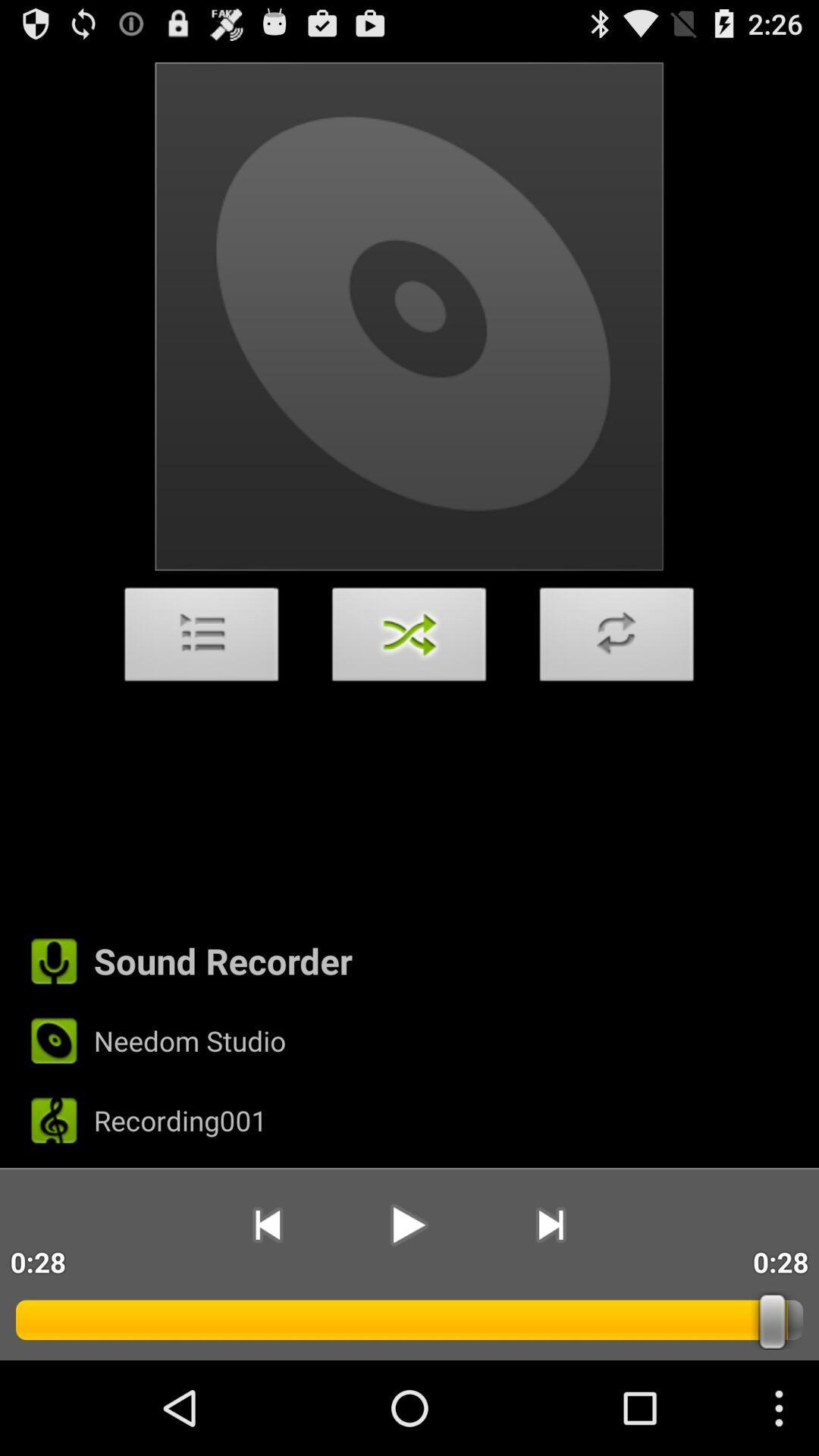  Describe the element at coordinates (409, 682) in the screenshot. I see `the close icon` at that location.